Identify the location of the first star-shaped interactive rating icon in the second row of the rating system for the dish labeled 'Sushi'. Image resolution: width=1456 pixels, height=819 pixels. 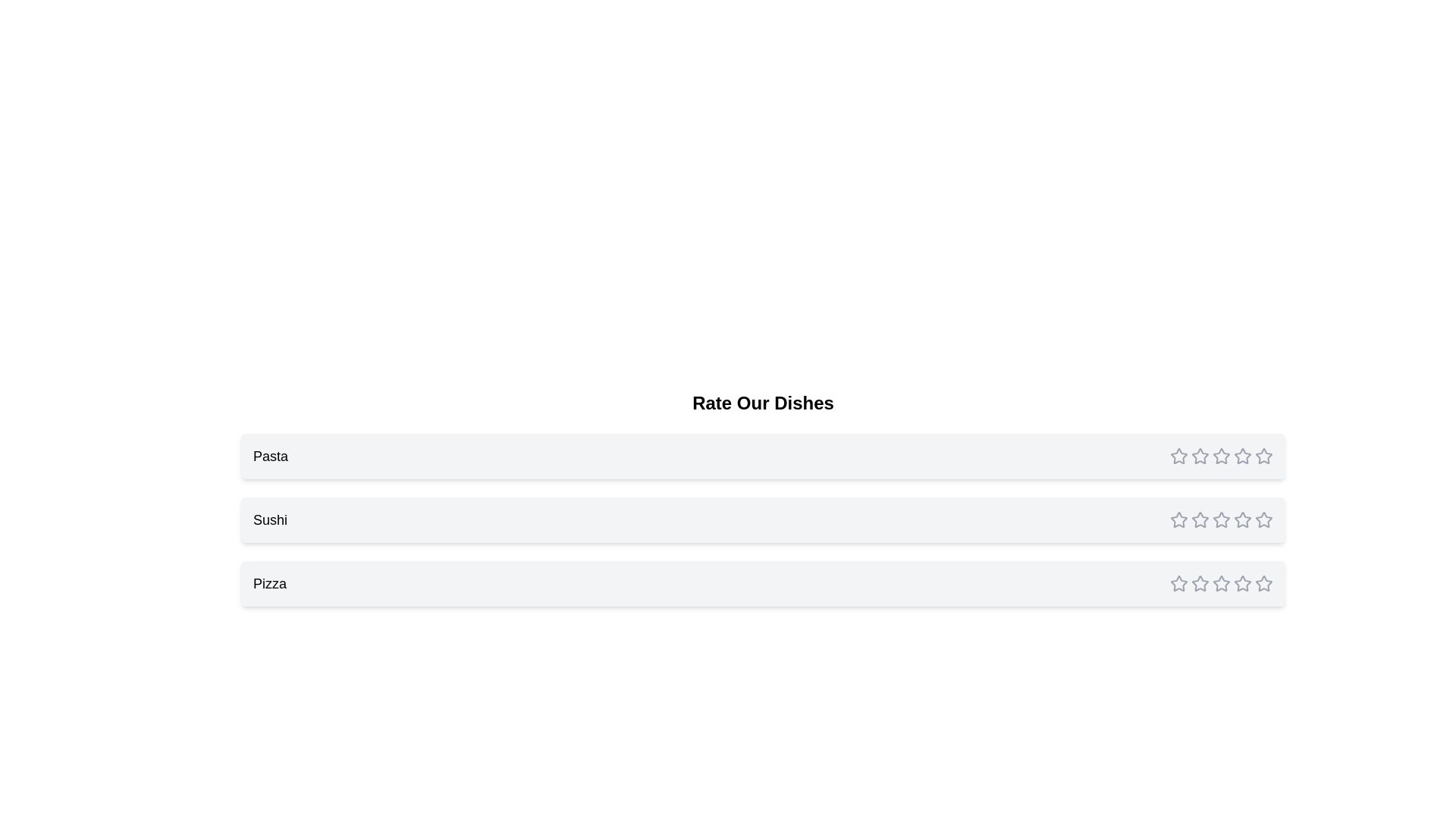
(1178, 519).